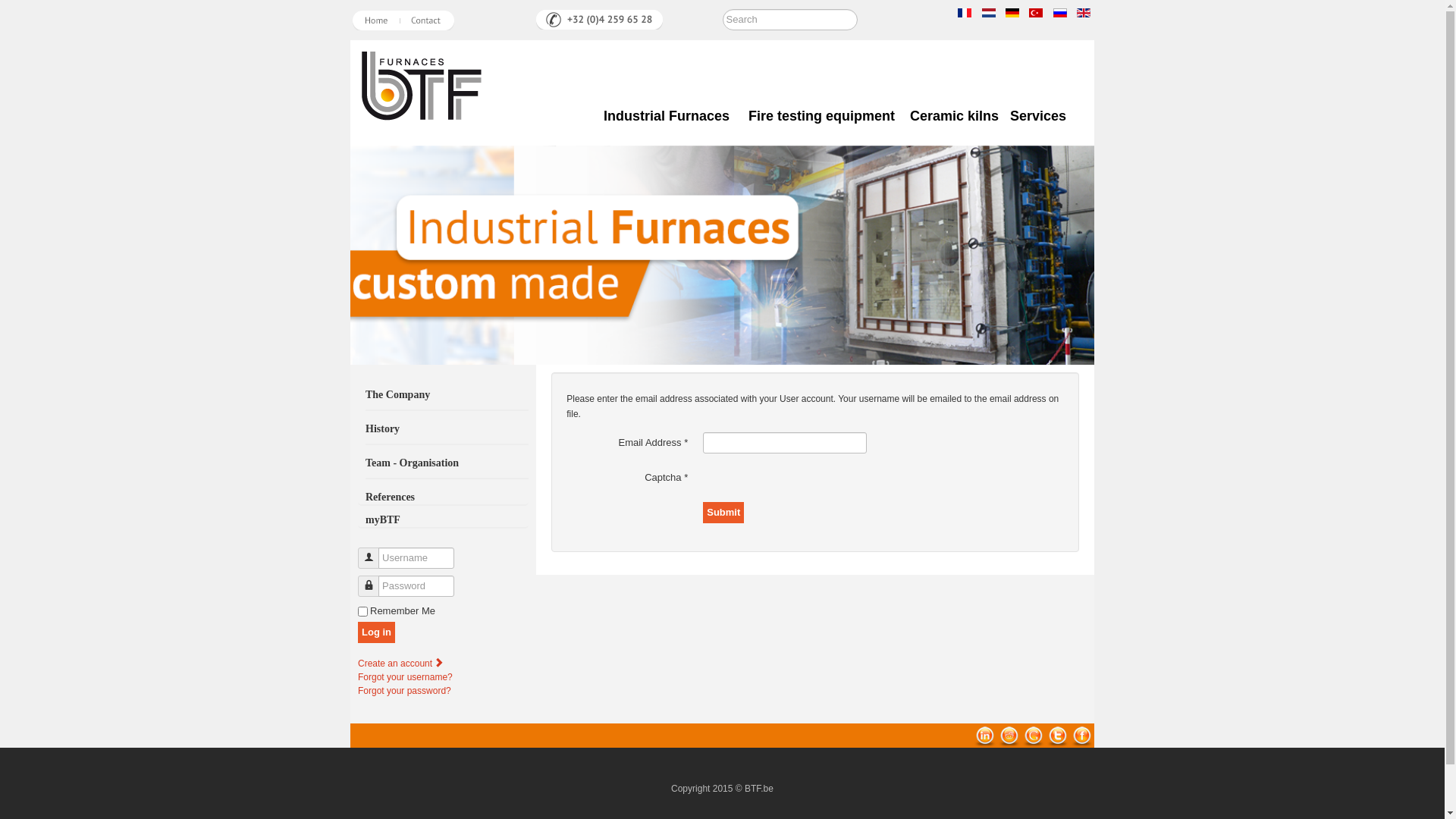 The image size is (1456, 819). Describe the element at coordinates (404, 690) in the screenshot. I see `'Forgot your password?'` at that location.